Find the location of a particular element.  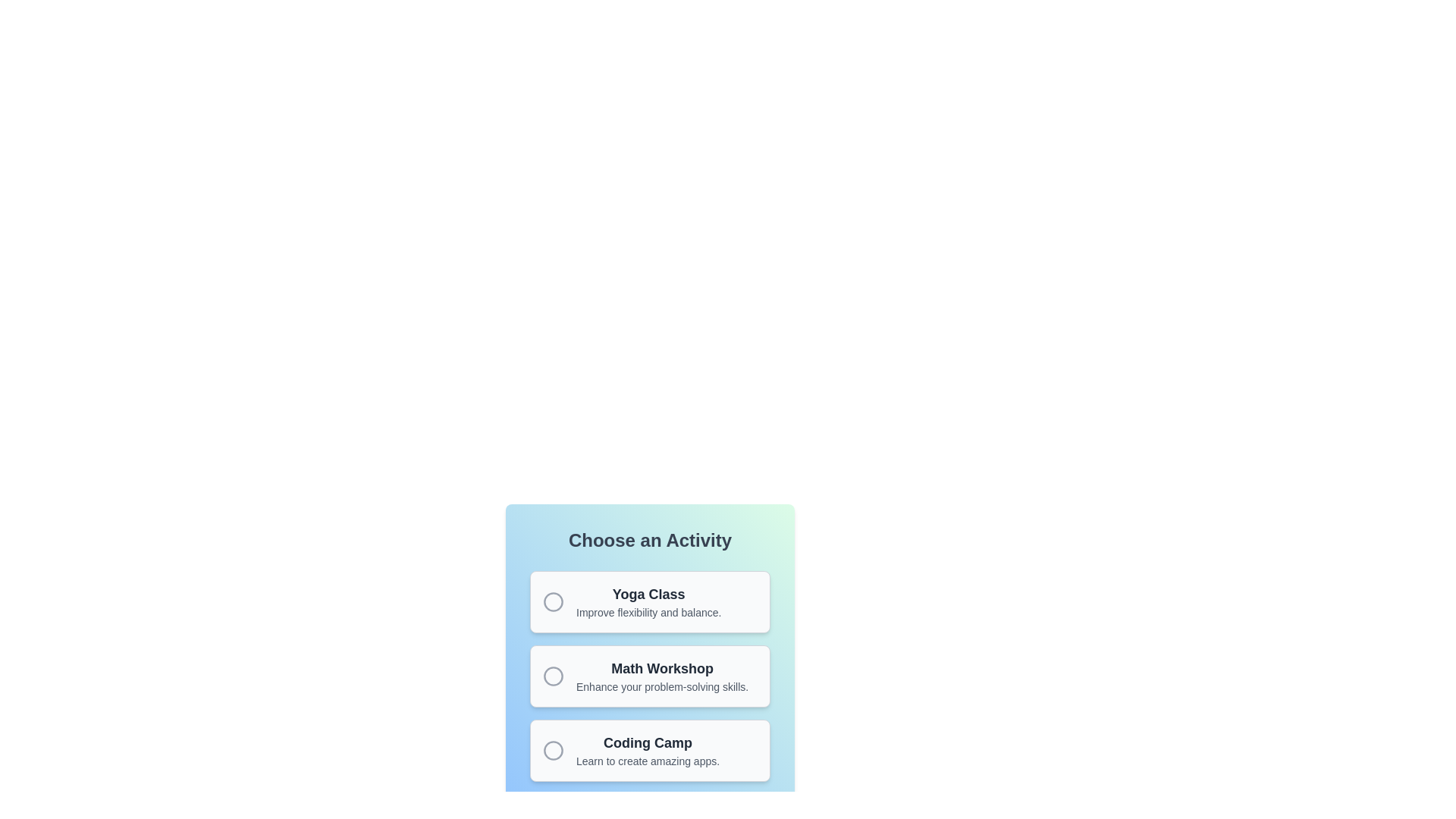

the 'Math Workshop' activity selection card, which is the second item in the list under the 'Choose an Activity' heading is located at coordinates (650, 654).